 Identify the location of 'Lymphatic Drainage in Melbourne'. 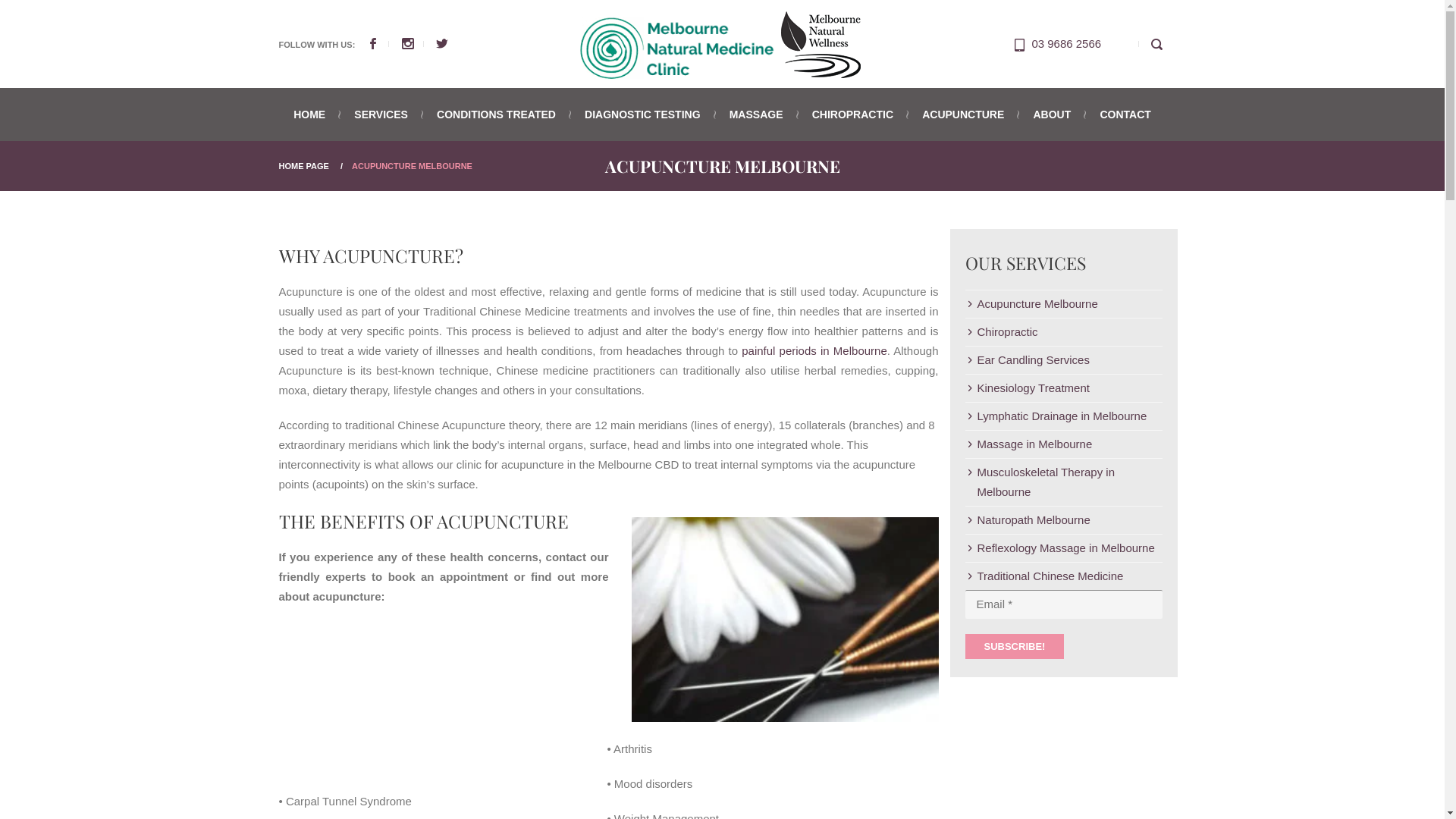
(1055, 416).